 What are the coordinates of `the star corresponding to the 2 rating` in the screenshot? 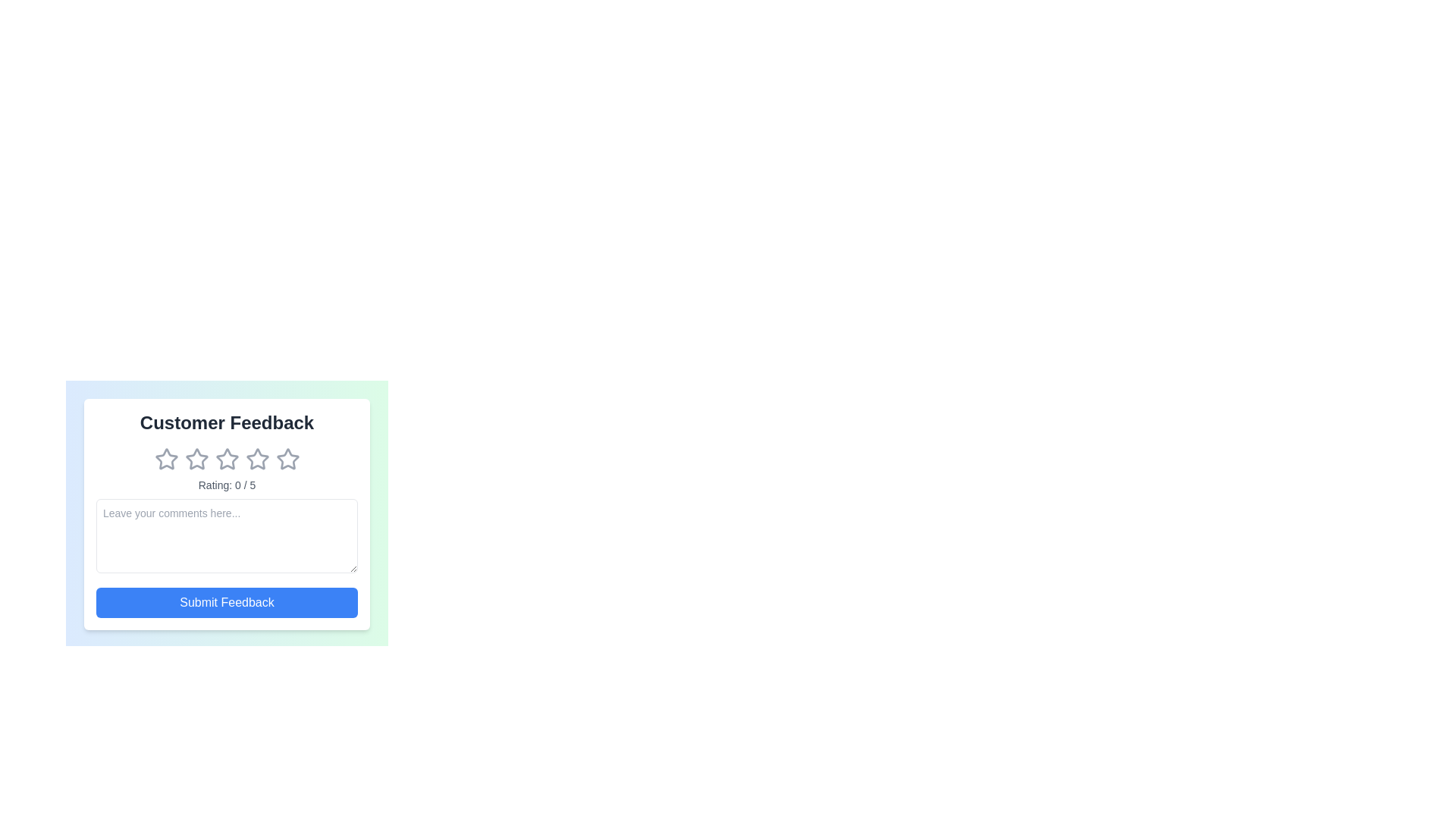 It's located at (196, 458).